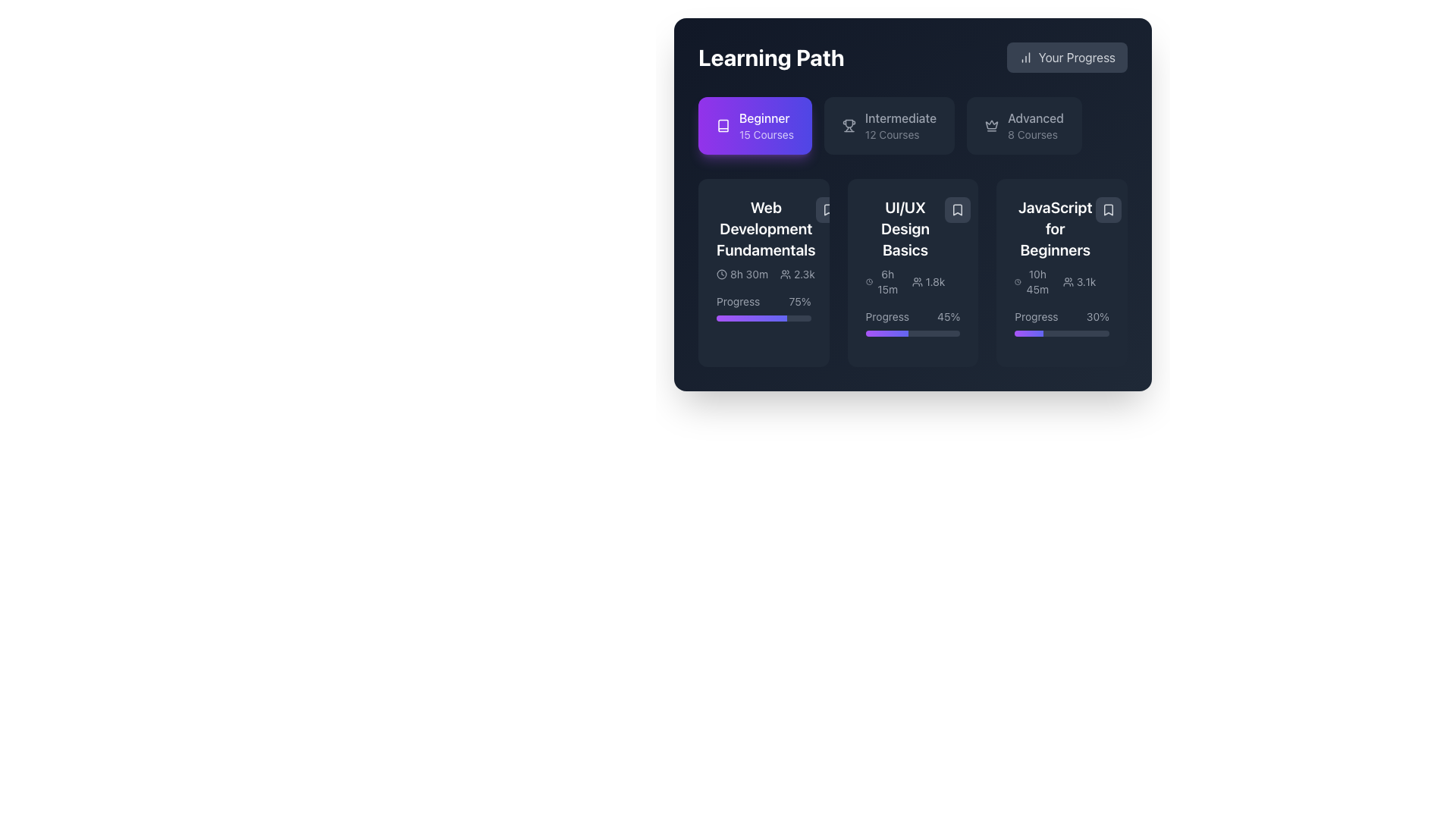  What do you see at coordinates (766, 228) in the screenshot?
I see `the heading text displaying 'Web Development Fundamentals' in the upper-left corner of the grid layout for the 'Beginner 15 Courses' section` at bounding box center [766, 228].